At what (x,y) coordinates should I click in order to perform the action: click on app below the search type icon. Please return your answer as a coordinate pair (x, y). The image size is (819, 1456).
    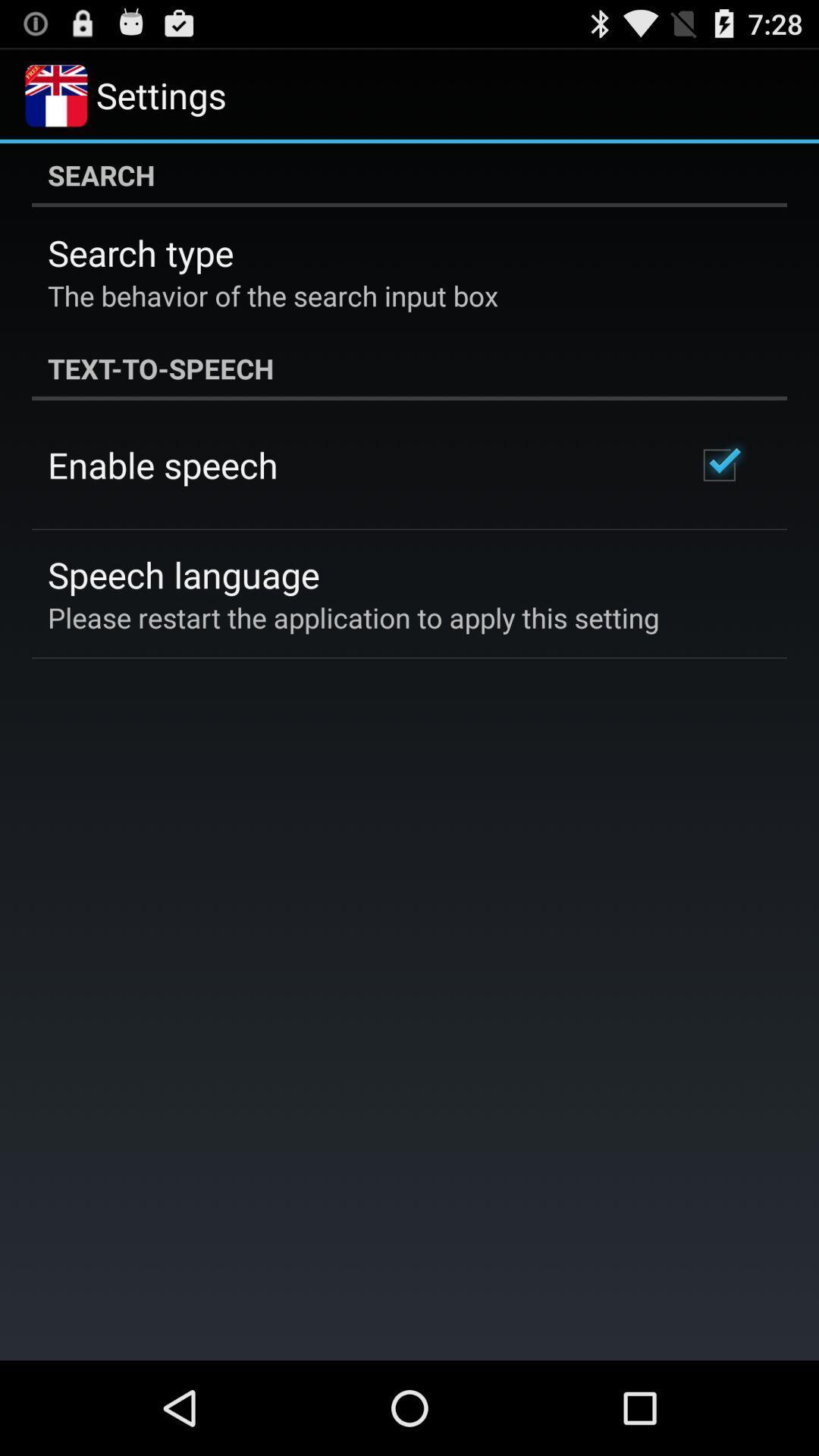
    Looking at the image, I should click on (271, 295).